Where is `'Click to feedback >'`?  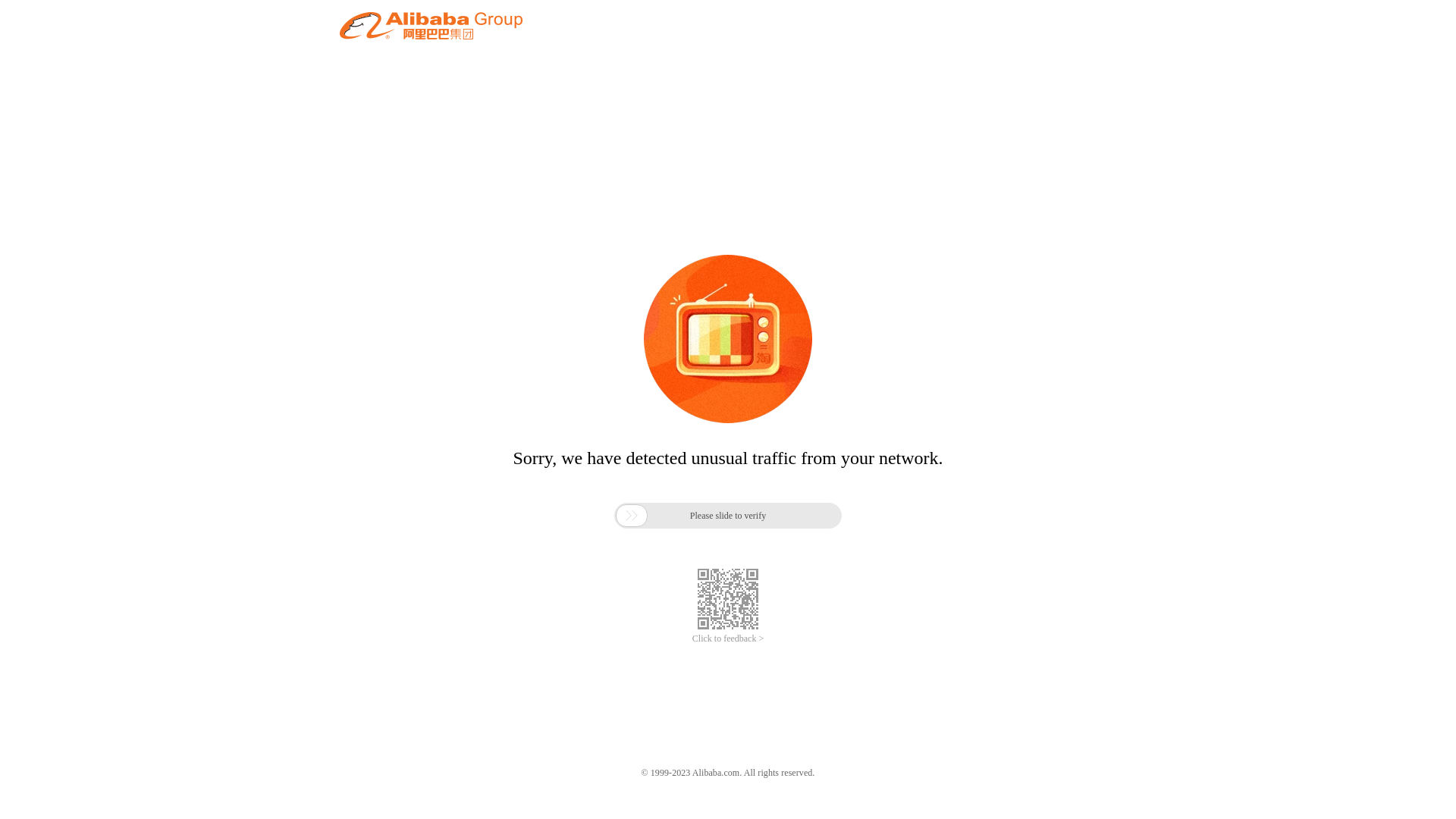
'Click to feedback >' is located at coordinates (728, 639).